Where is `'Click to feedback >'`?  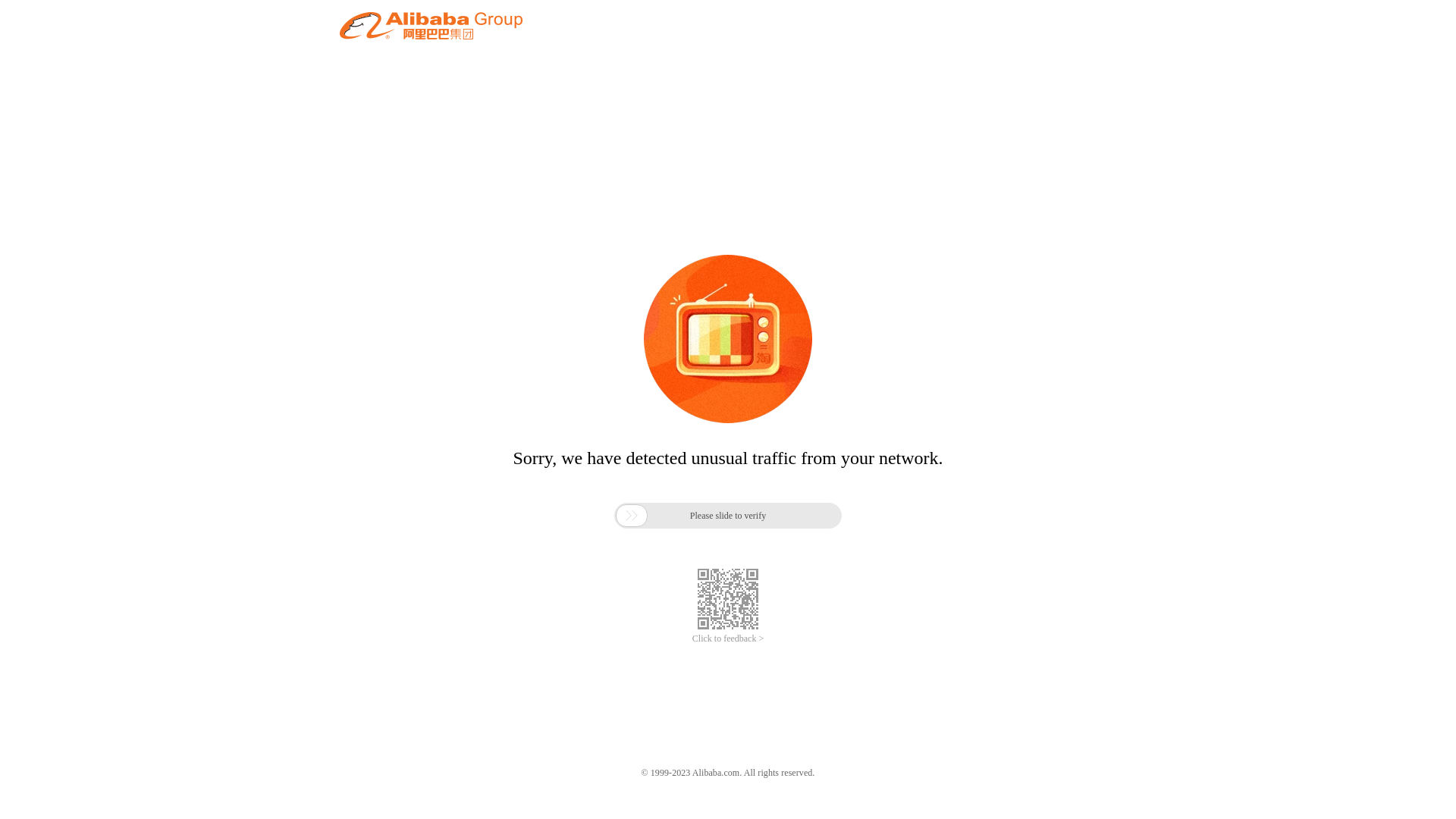
'Click to feedback >' is located at coordinates (728, 639).